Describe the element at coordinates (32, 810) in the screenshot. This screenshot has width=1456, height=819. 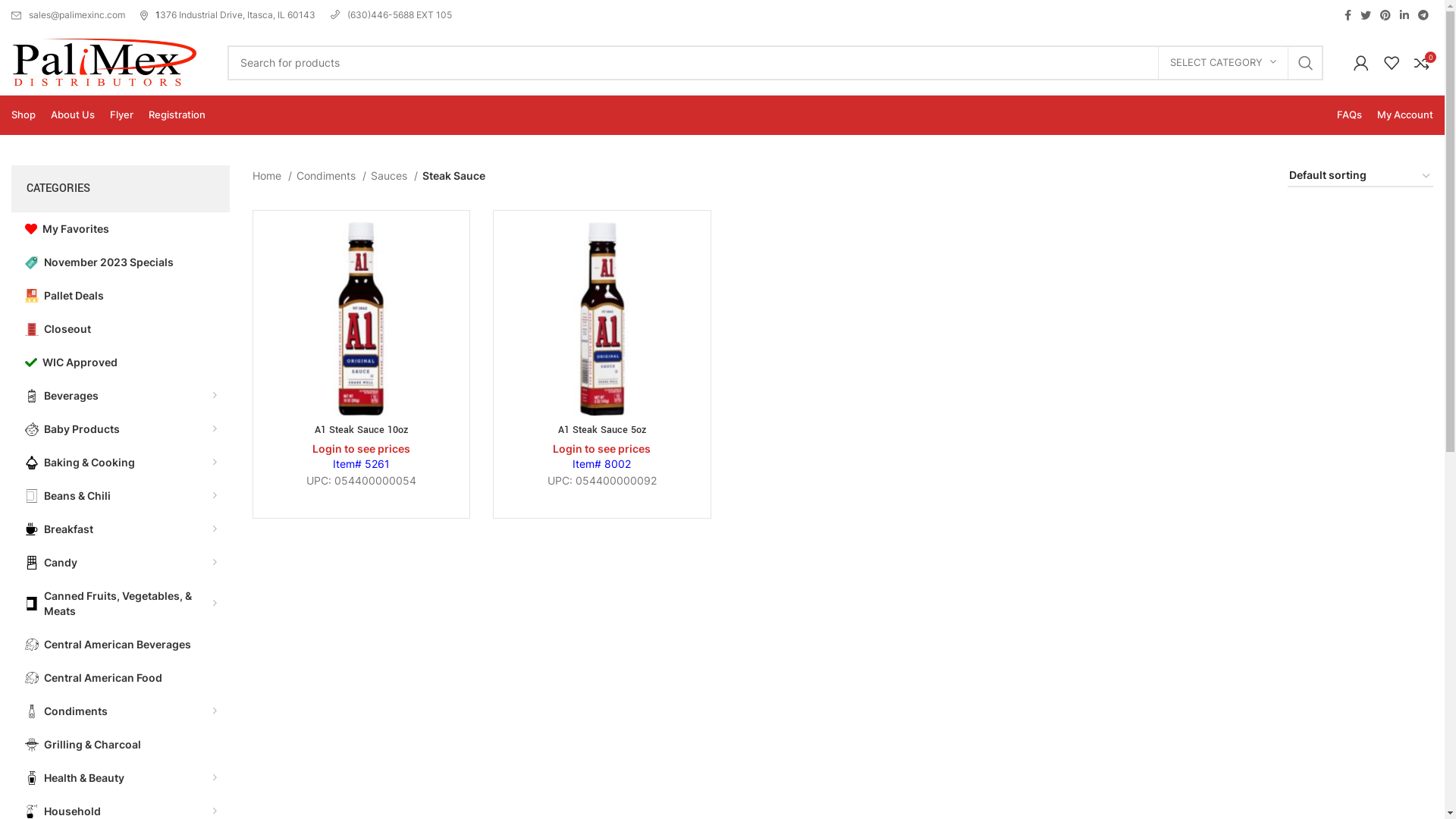
I see `'cleaning-spray-svgrepo-com'` at that location.